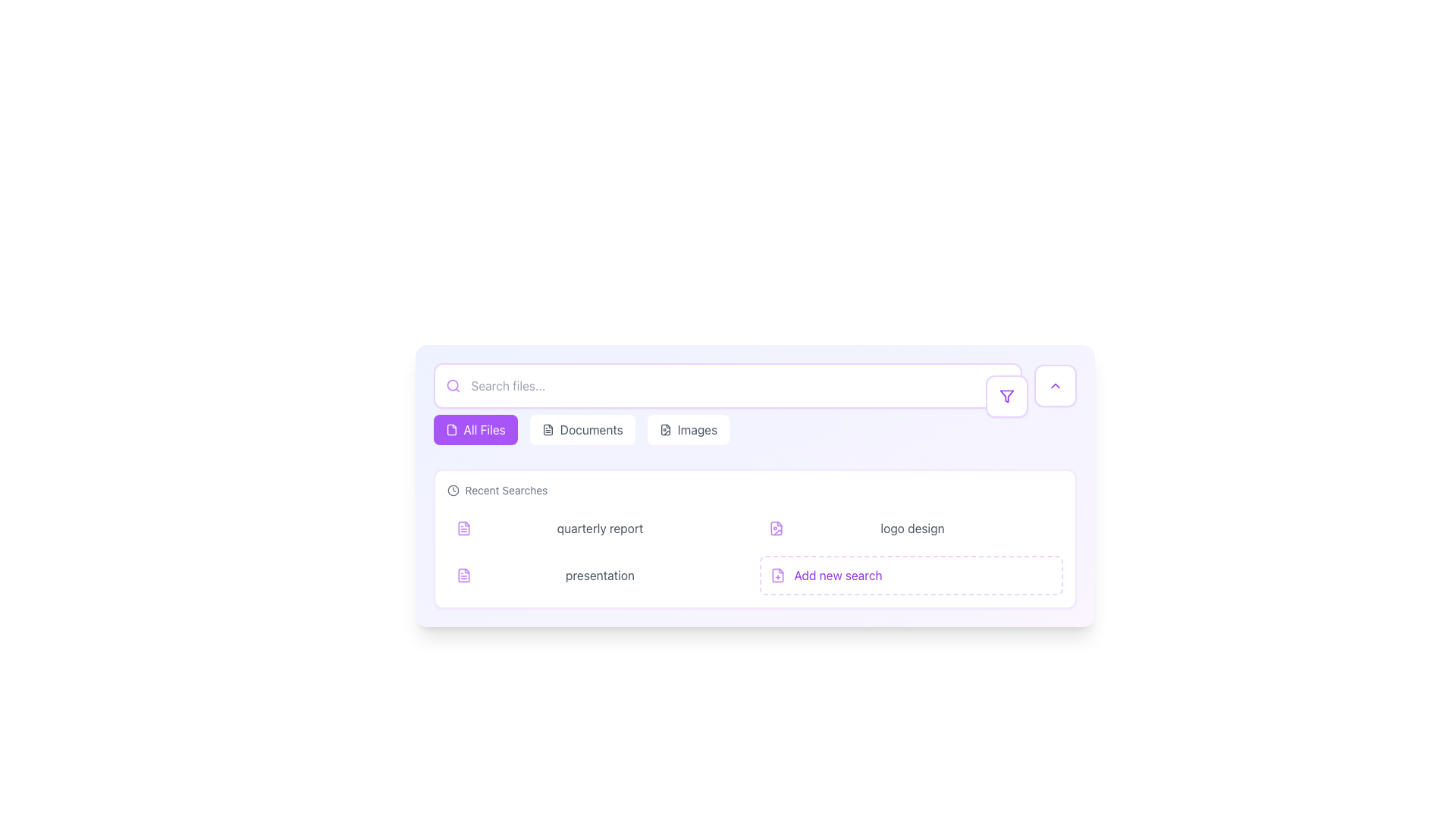  What do you see at coordinates (463, 576) in the screenshot?
I see `the document icon, which is the largest shape in a group of vector paths, located in the second row of the recent searches list` at bounding box center [463, 576].